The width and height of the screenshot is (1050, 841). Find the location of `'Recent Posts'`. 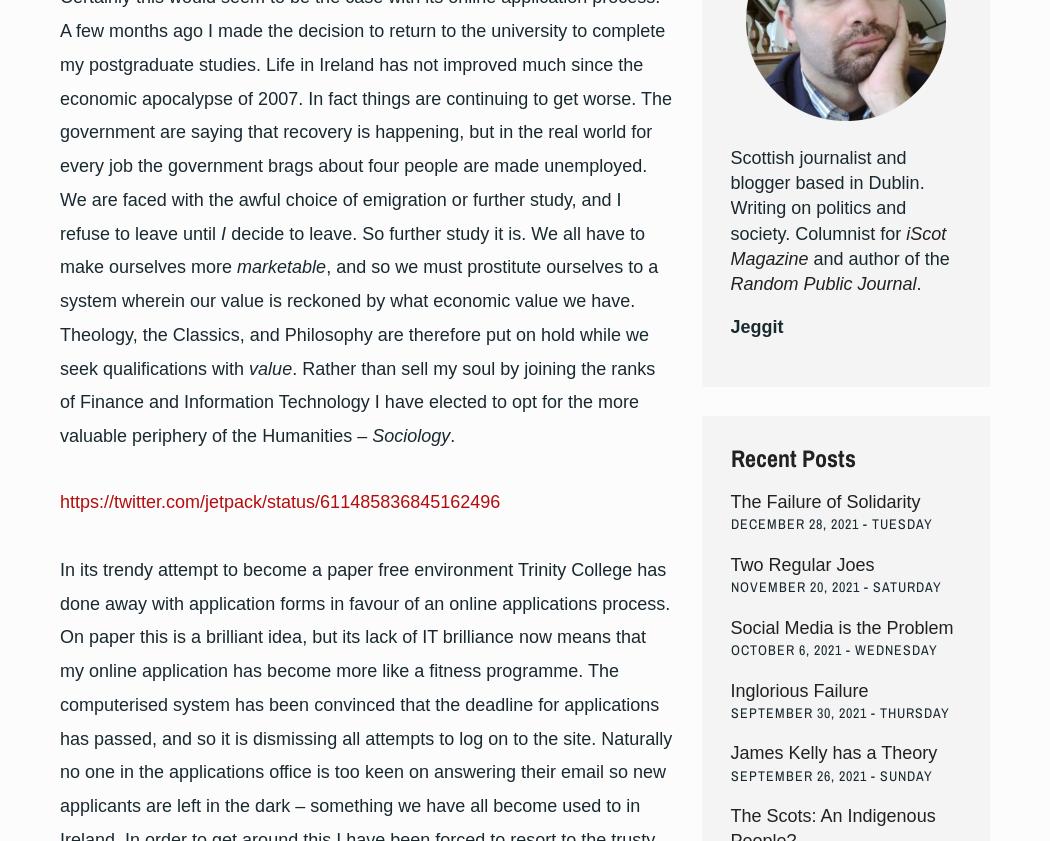

'Recent Posts' is located at coordinates (791, 456).